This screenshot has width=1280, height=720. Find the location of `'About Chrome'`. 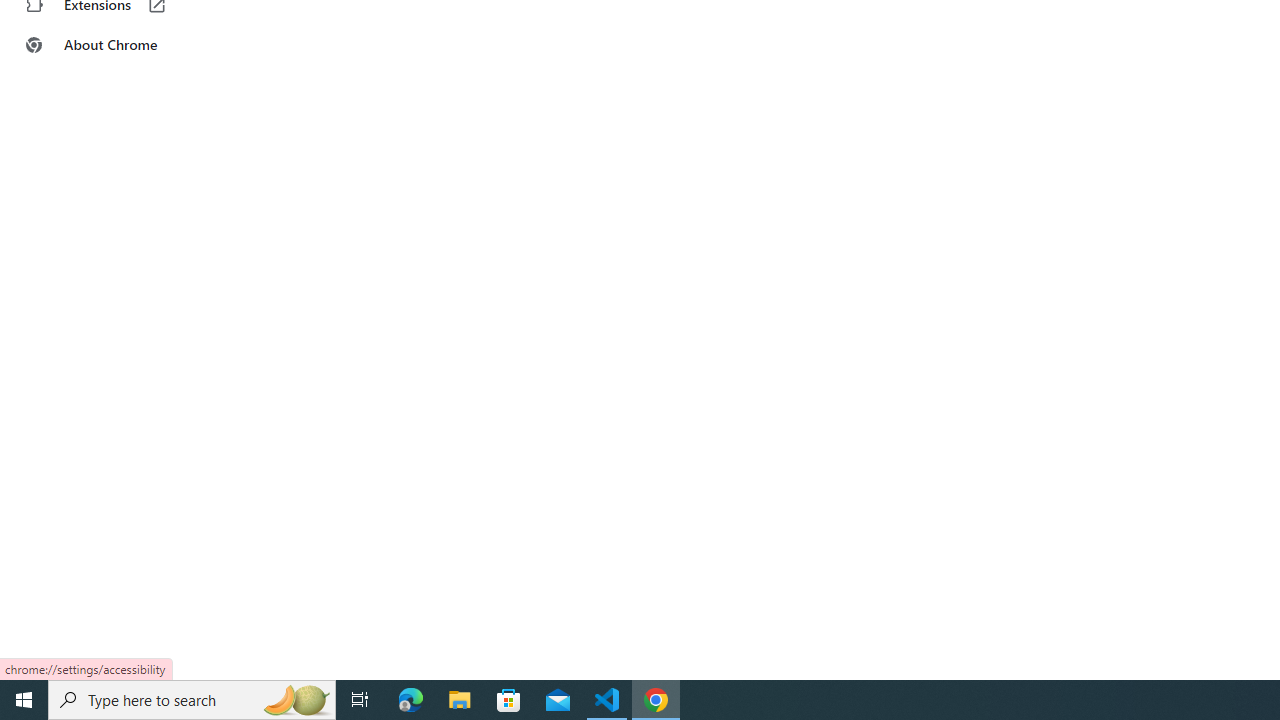

'About Chrome' is located at coordinates (123, 45).